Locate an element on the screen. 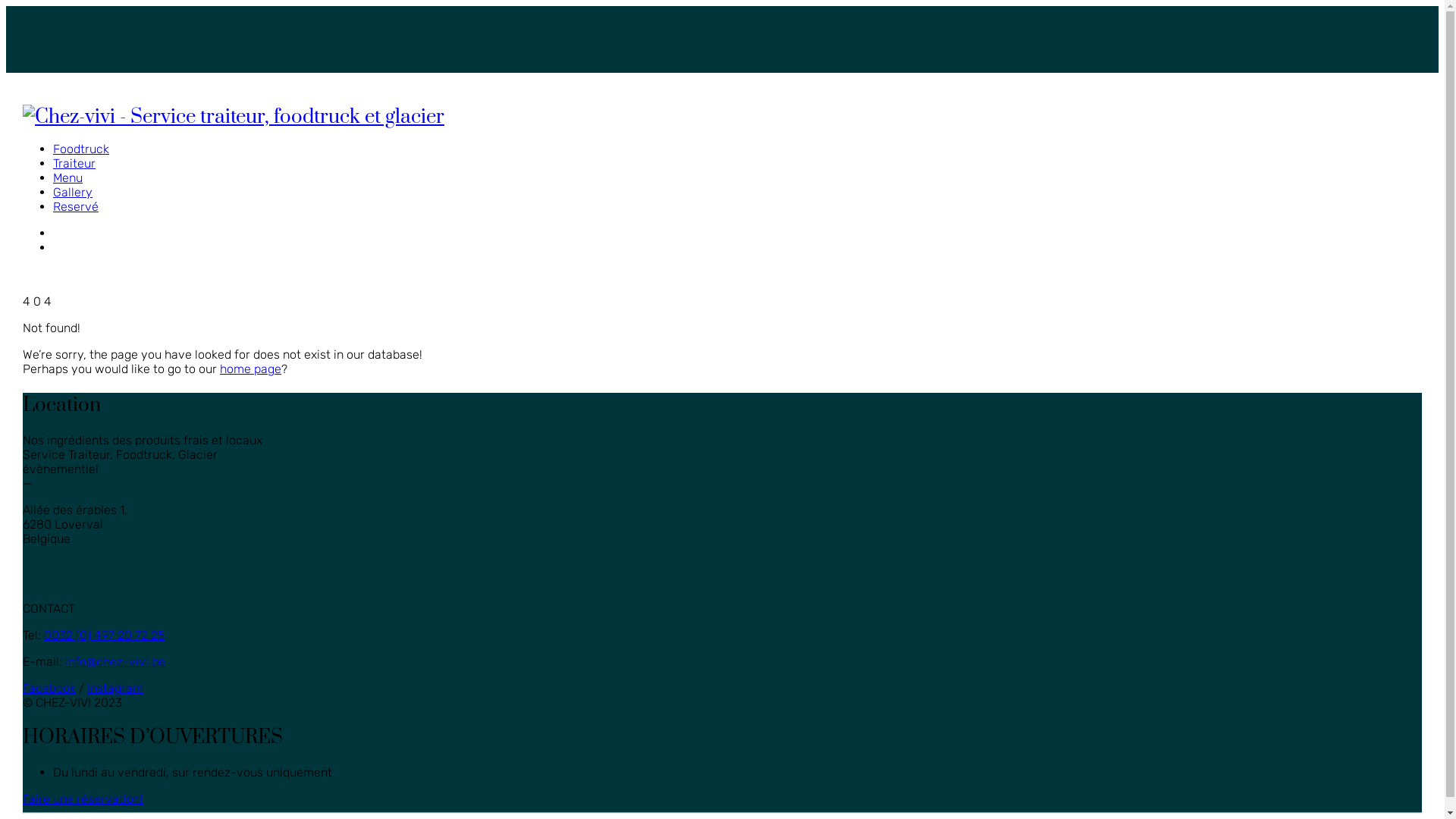 The height and width of the screenshot is (819, 1456). 'Traiteur' is located at coordinates (73, 163).